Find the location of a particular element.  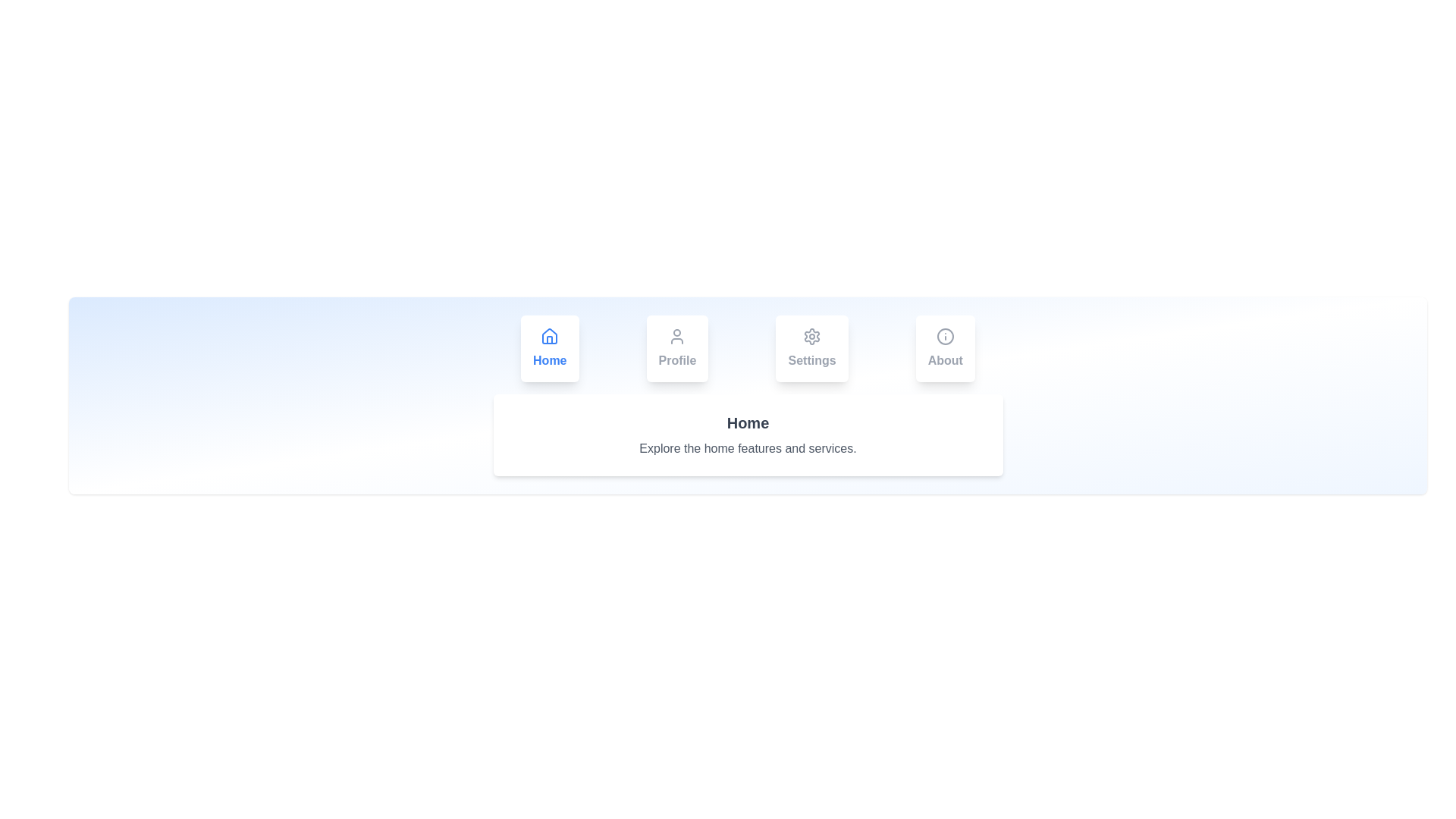

the Profile tab to switch content is located at coordinates (676, 348).